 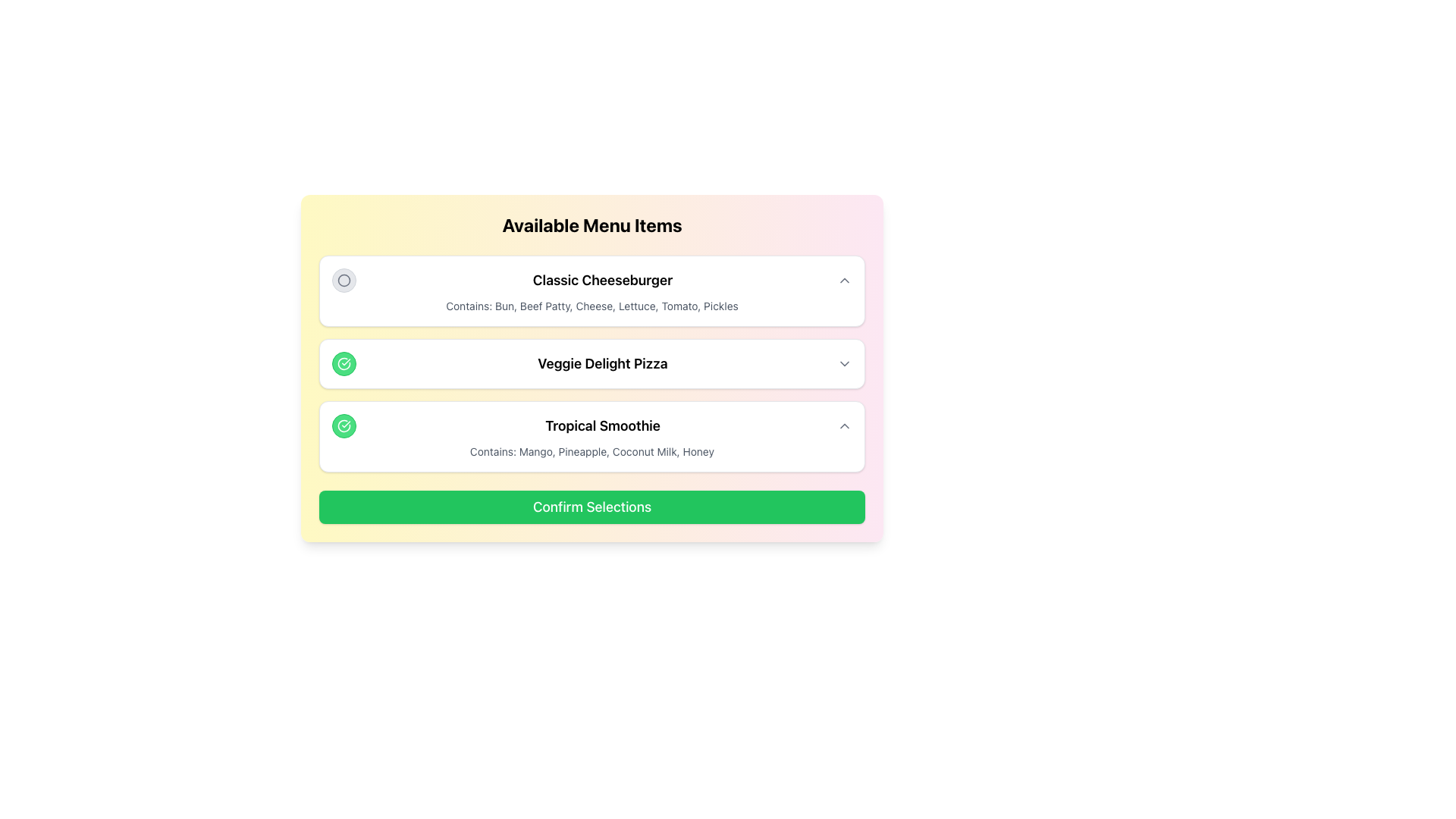 What do you see at coordinates (843, 426) in the screenshot?
I see `the upward-pointing chevron icon button, which is gray and changes shade on hover, located at the far-right side of the 'Tropical Smoothie' menu item` at bounding box center [843, 426].